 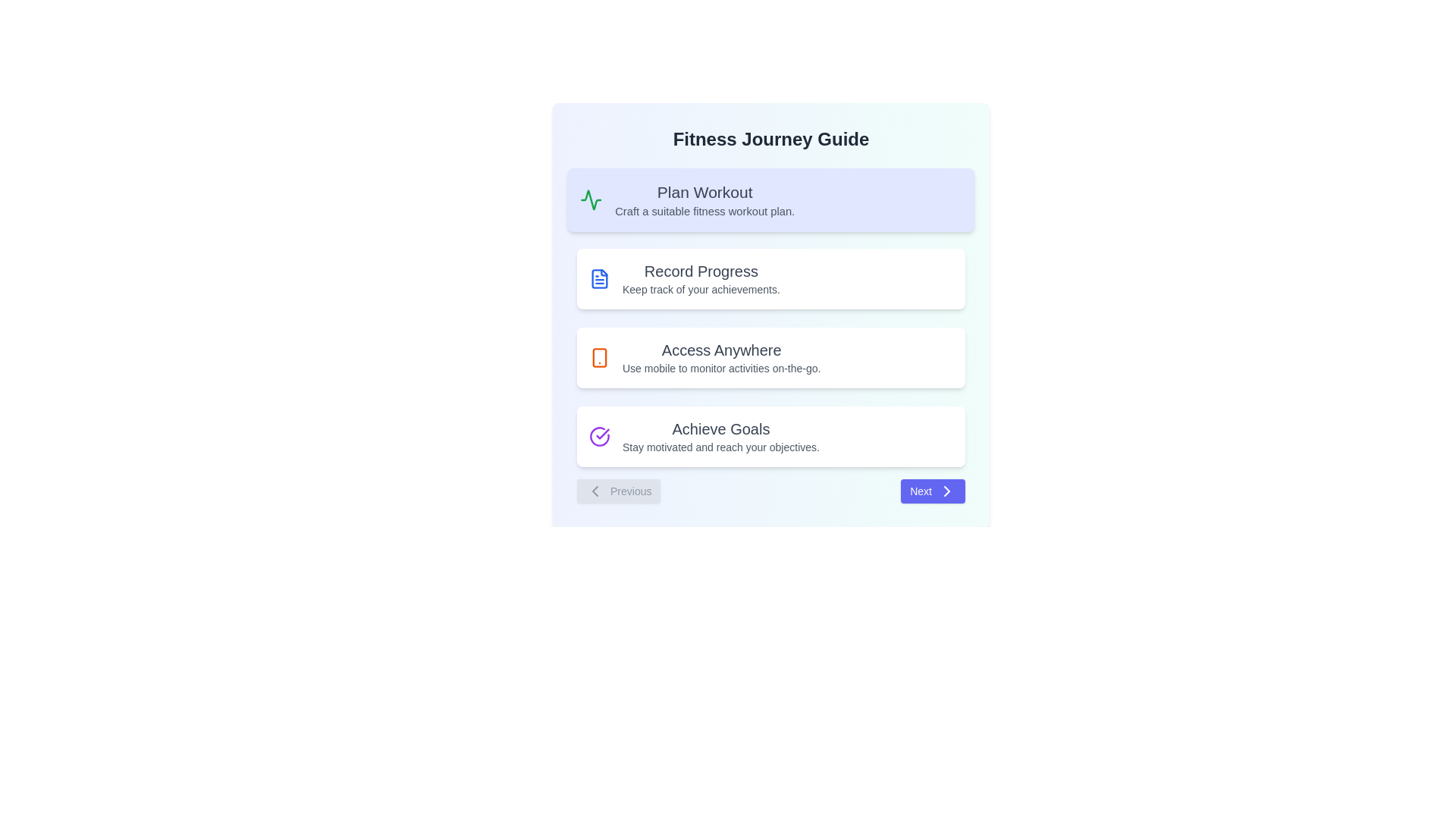 I want to click on the 'Plan Workout' static text element, which is styled as a header and positioned at the top of the rectangular section under the 'Fitness Journey Guide' heading, so click(x=704, y=191).